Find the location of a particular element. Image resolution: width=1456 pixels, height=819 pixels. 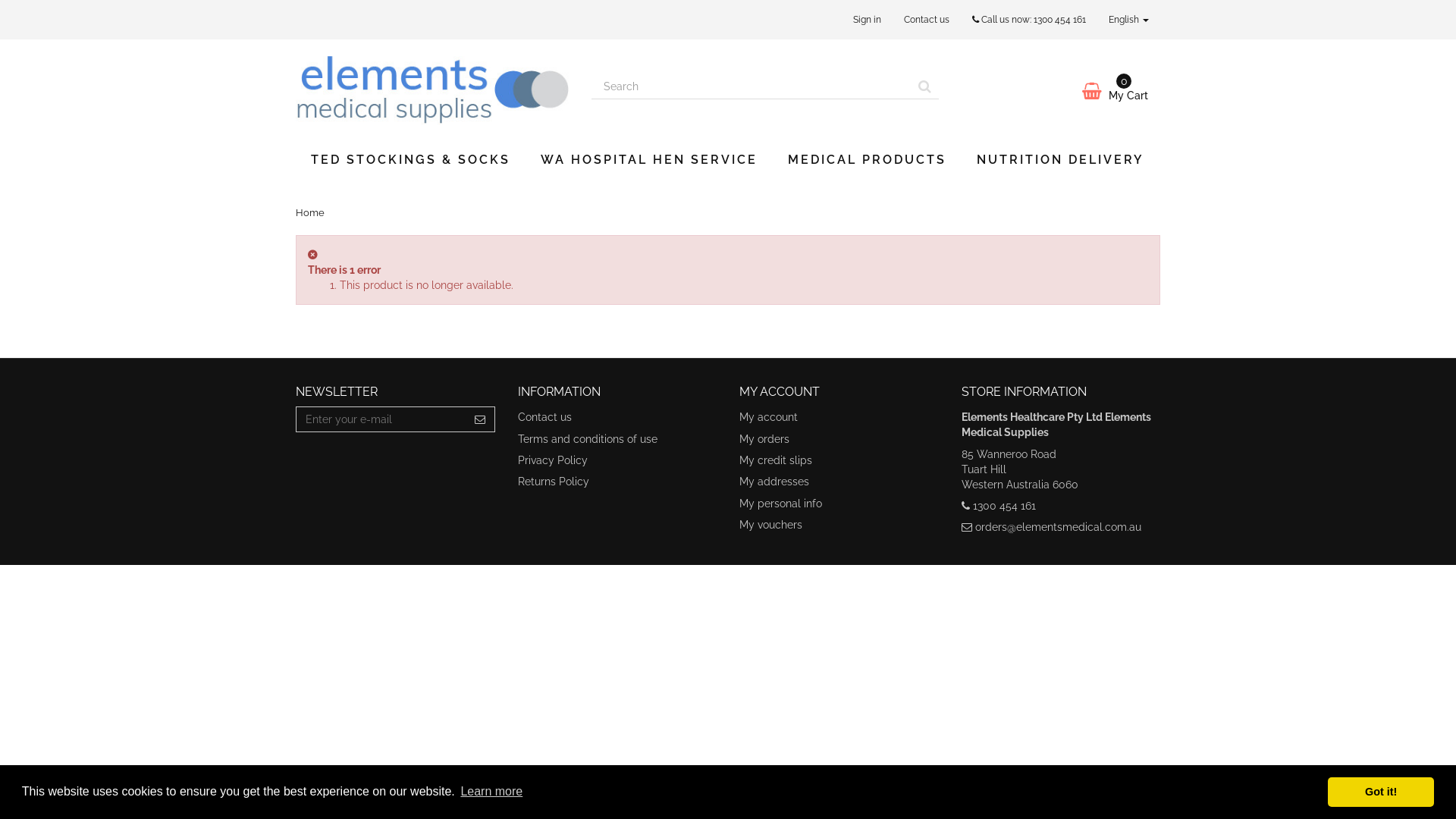

'Sign in' is located at coordinates (840, 20).